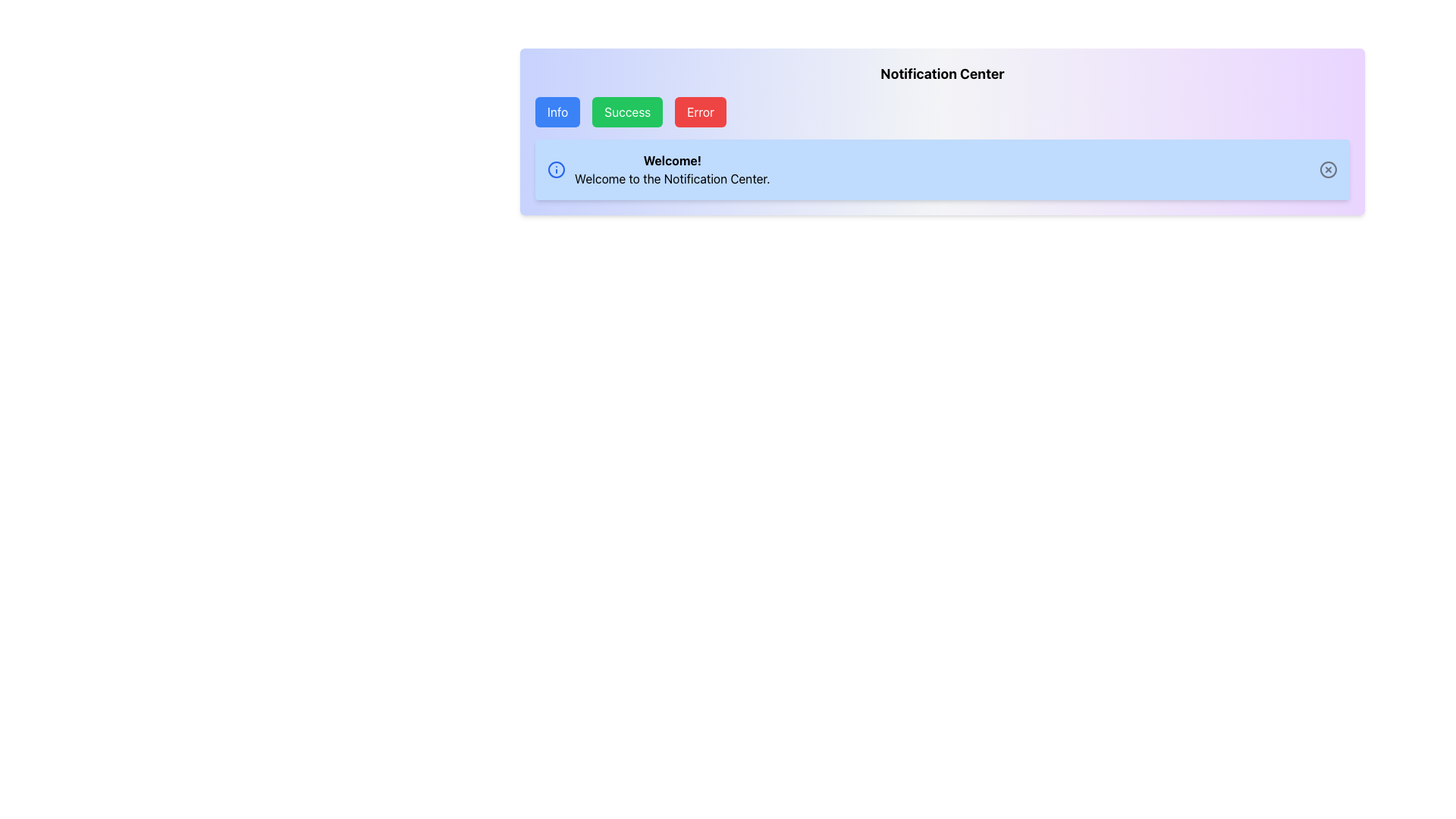 The width and height of the screenshot is (1456, 819). I want to click on the blue 'Info' button with white text, so click(557, 111).